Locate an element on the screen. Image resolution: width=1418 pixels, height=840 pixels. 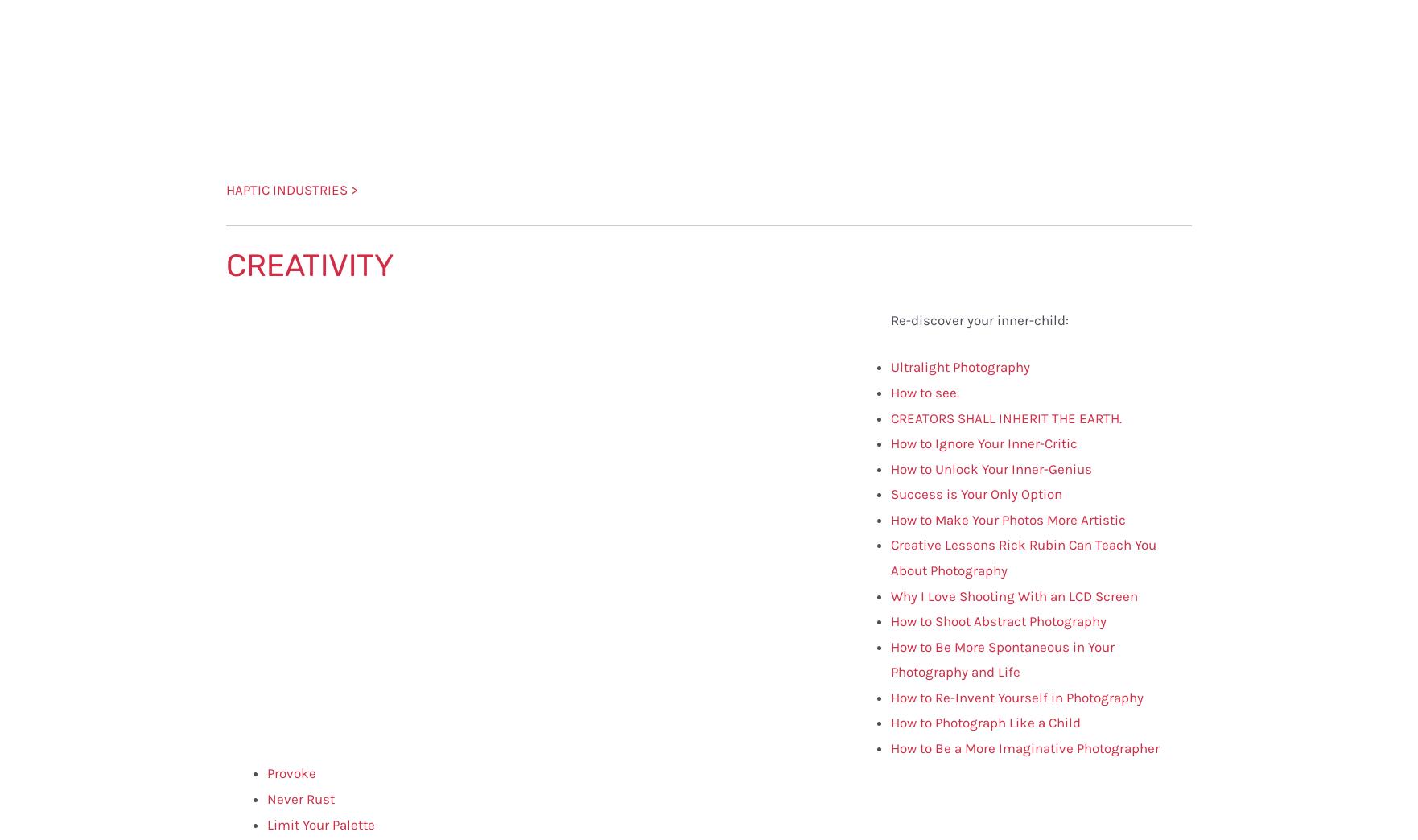
'How to Re-Invent Yourself in Photography' is located at coordinates (1016, 696).